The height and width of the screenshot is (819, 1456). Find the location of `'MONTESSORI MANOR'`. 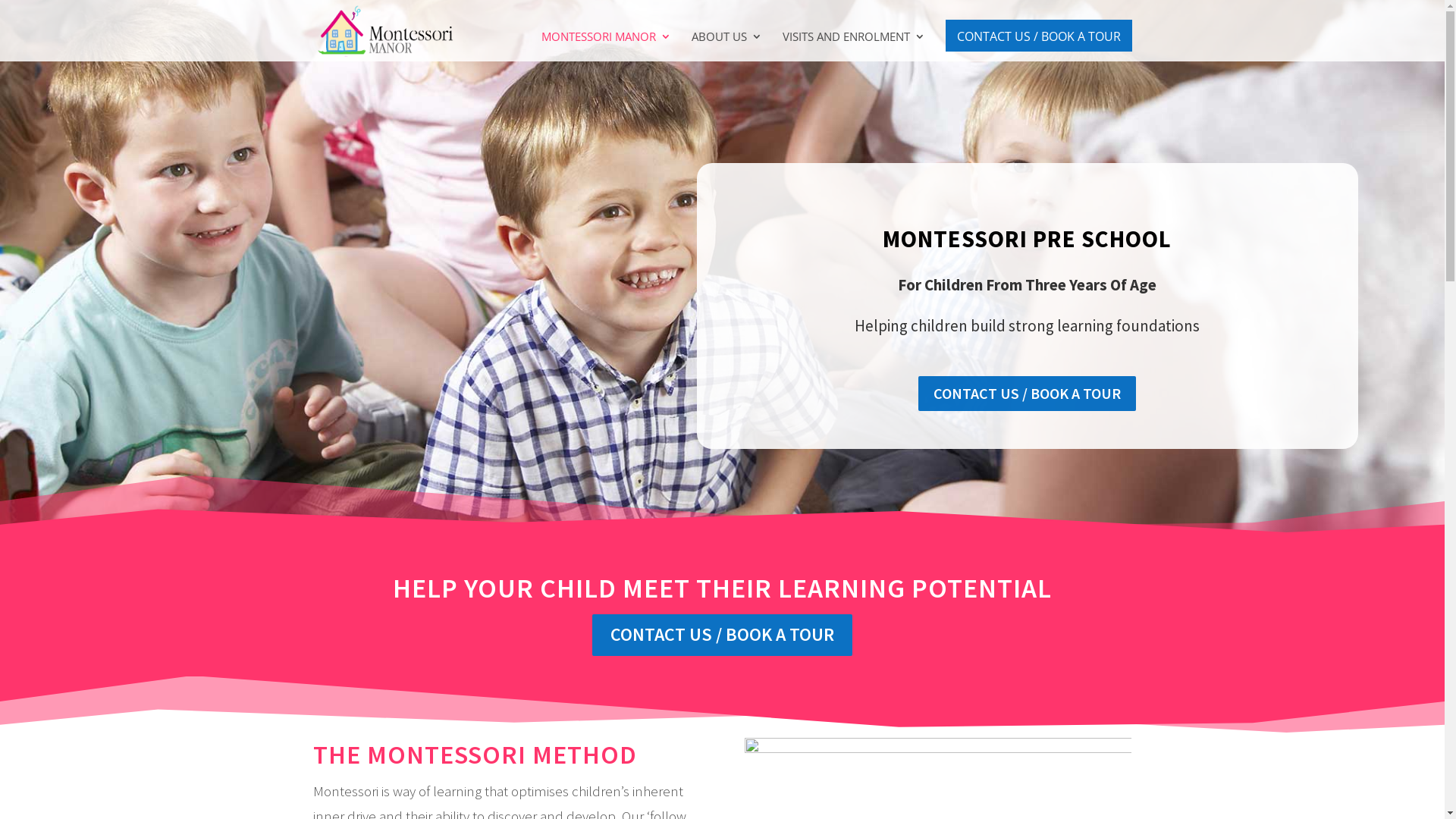

'MONTESSORI MANOR' is located at coordinates (541, 45).